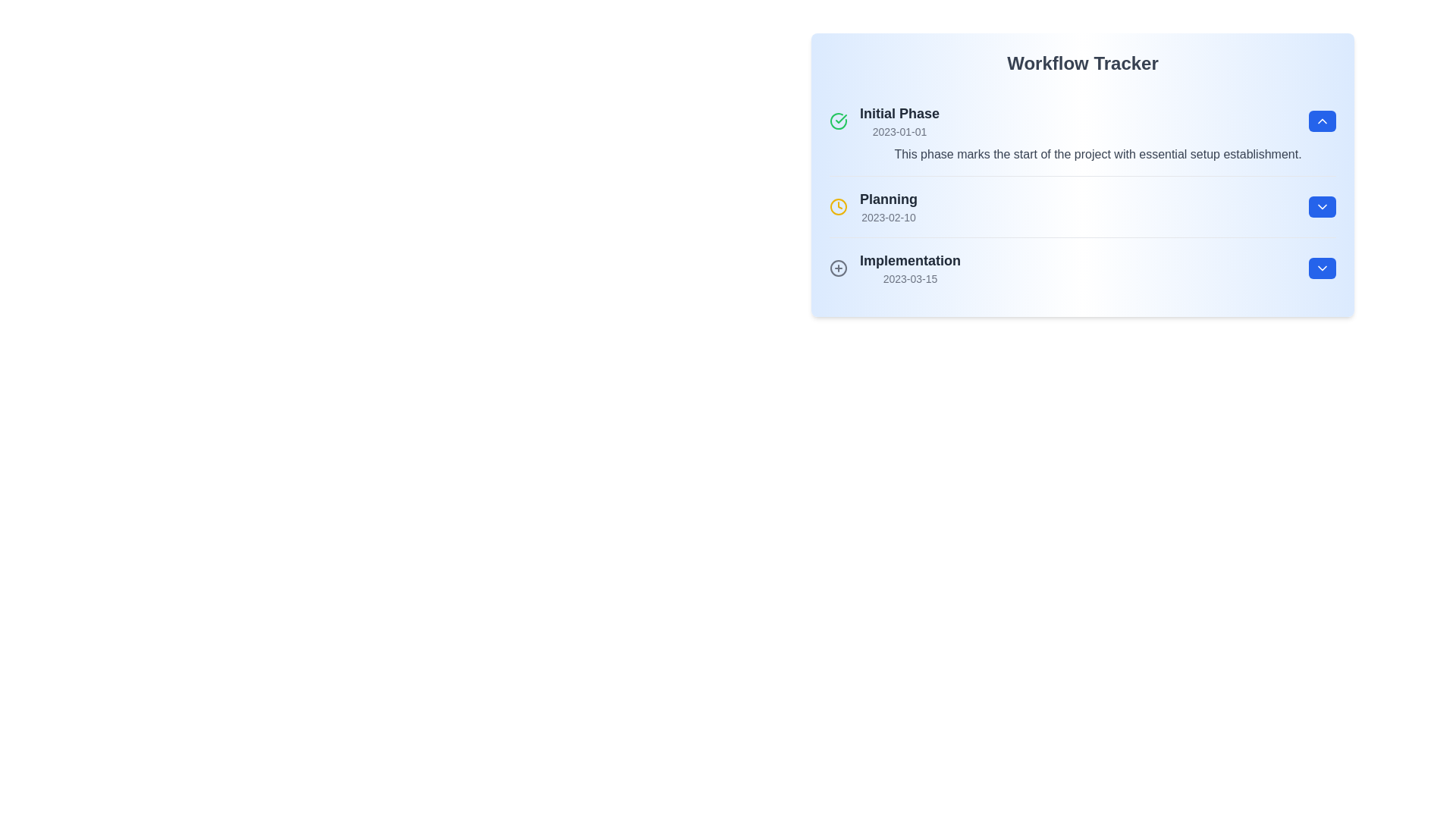  What do you see at coordinates (1082, 207) in the screenshot?
I see `the workflow step labeled 'Planning' that has a date indicator of '2023-02-10', which is positioned as the second item in the list of workflow stages, by clicking on its associated icons or buttons` at bounding box center [1082, 207].